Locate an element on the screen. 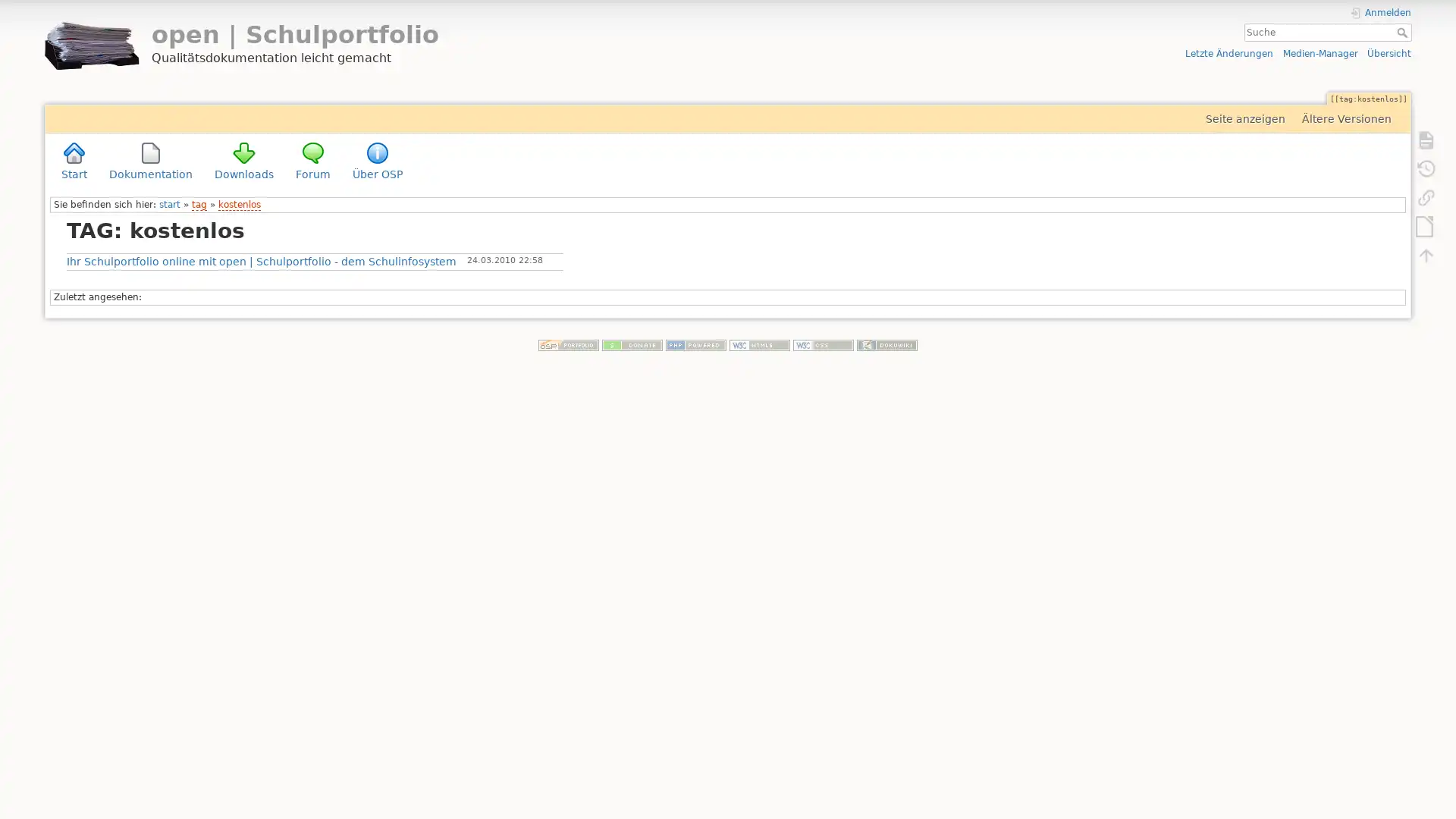 The width and height of the screenshot is (1456, 819). Suche is located at coordinates (1402, 32).